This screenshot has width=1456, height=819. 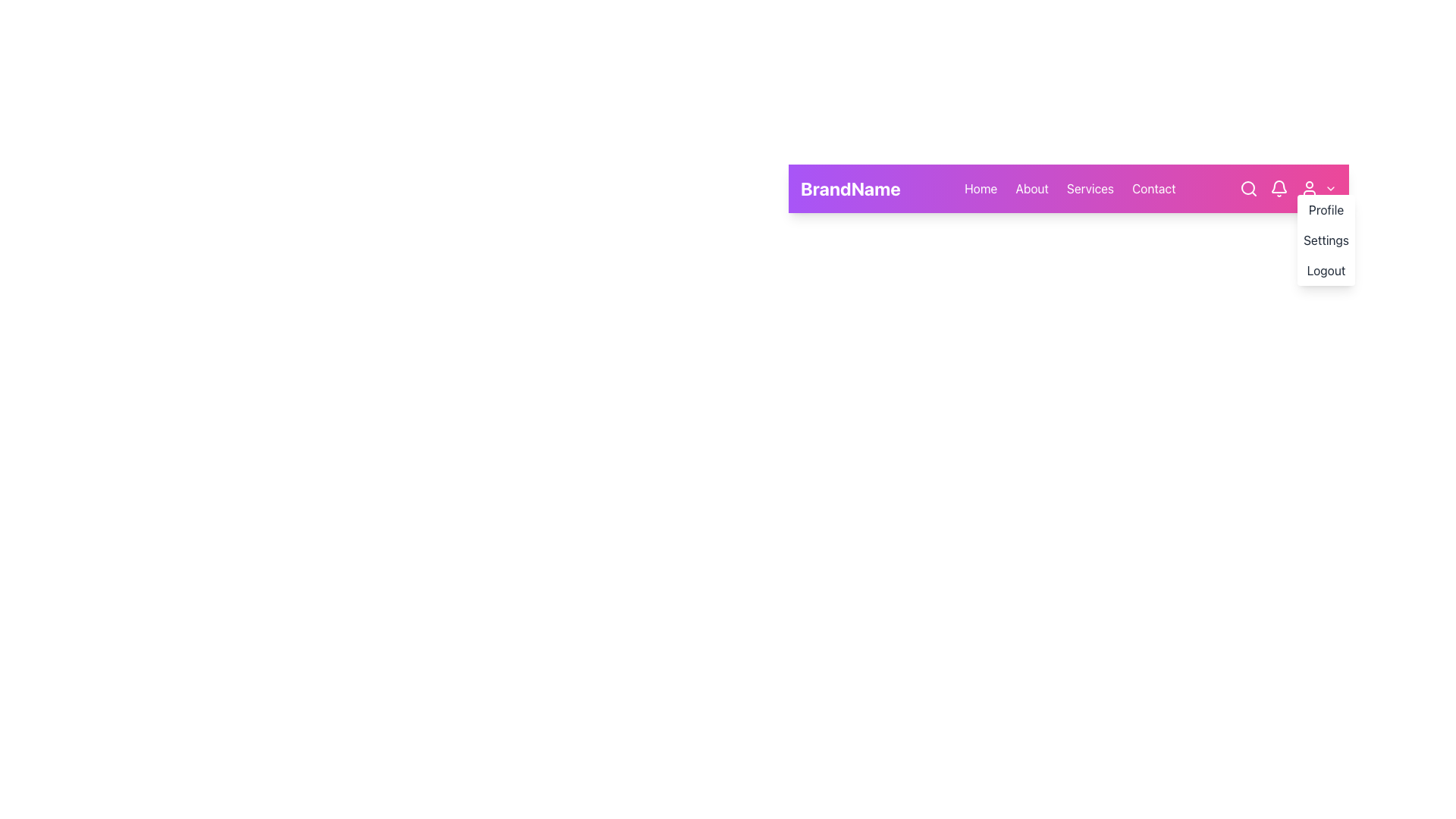 I want to click on the 'Settings' dropdown menu item located in the top-right corner of the interface, directly below the user profile icon, so click(x=1326, y=239).